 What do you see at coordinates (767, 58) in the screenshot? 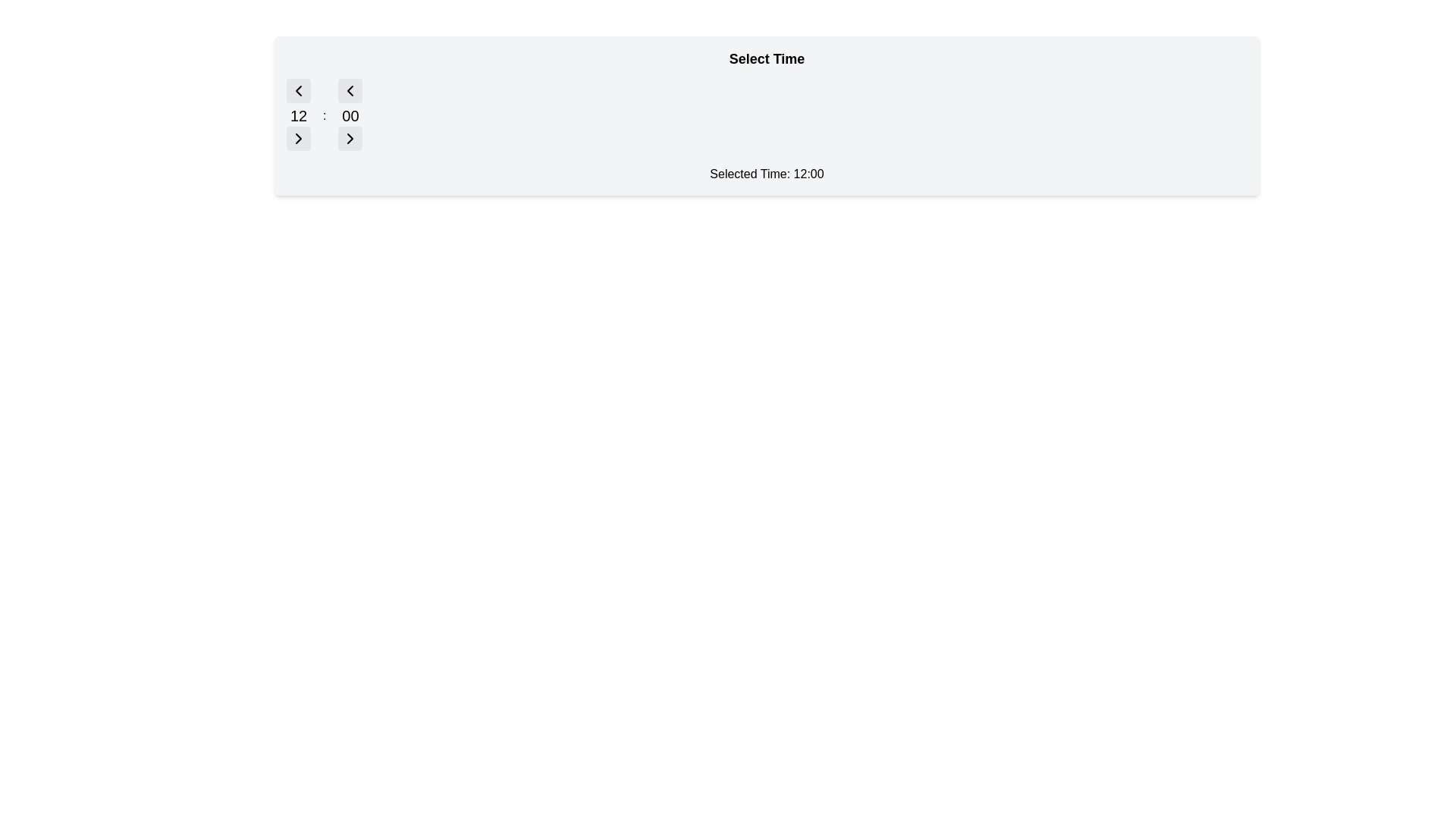
I see `the title label at the top-center of the time-selection interface` at bounding box center [767, 58].